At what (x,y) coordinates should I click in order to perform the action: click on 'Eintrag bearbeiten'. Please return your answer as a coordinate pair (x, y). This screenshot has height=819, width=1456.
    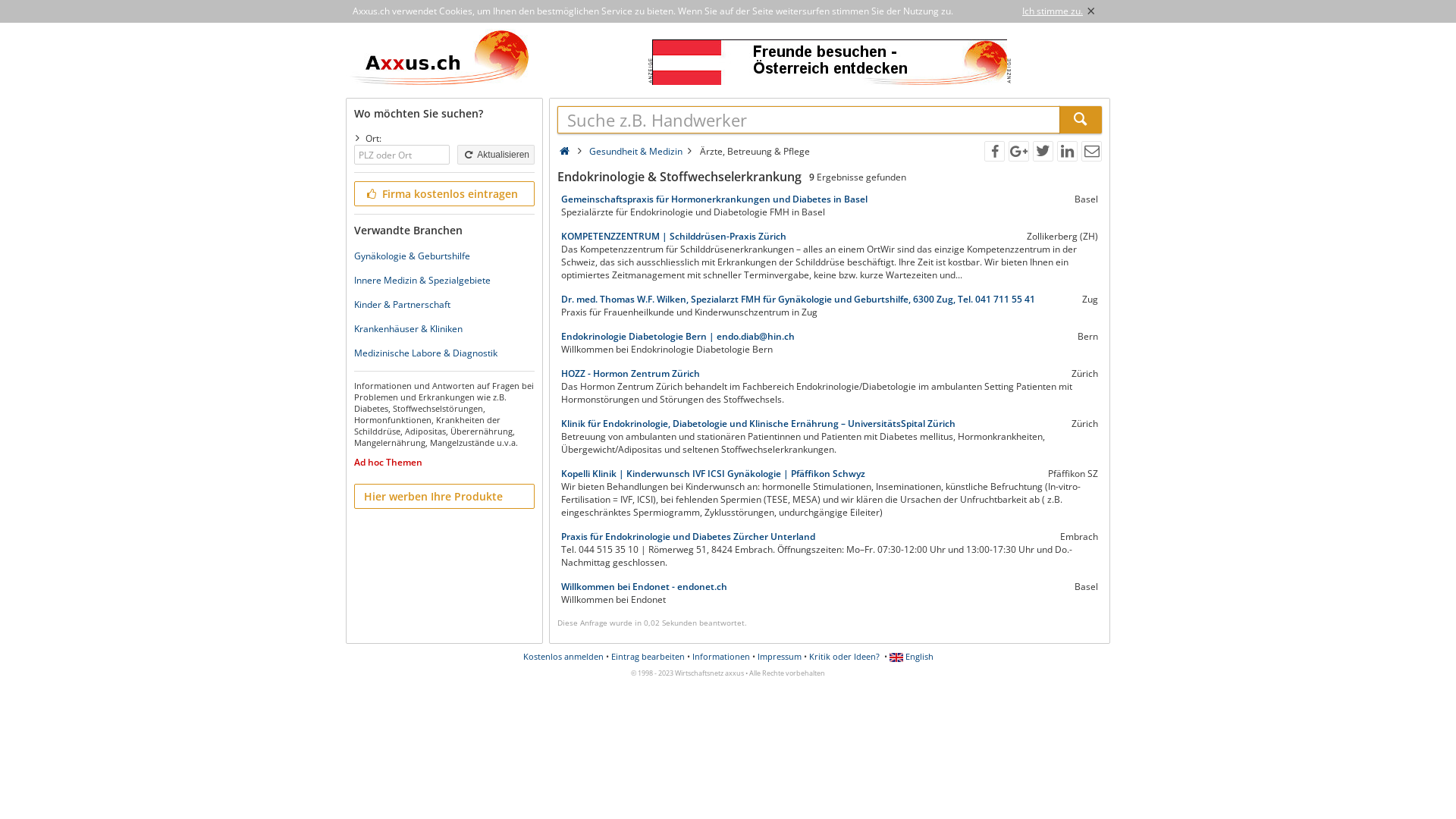
    Looking at the image, I should click on (648, 655).